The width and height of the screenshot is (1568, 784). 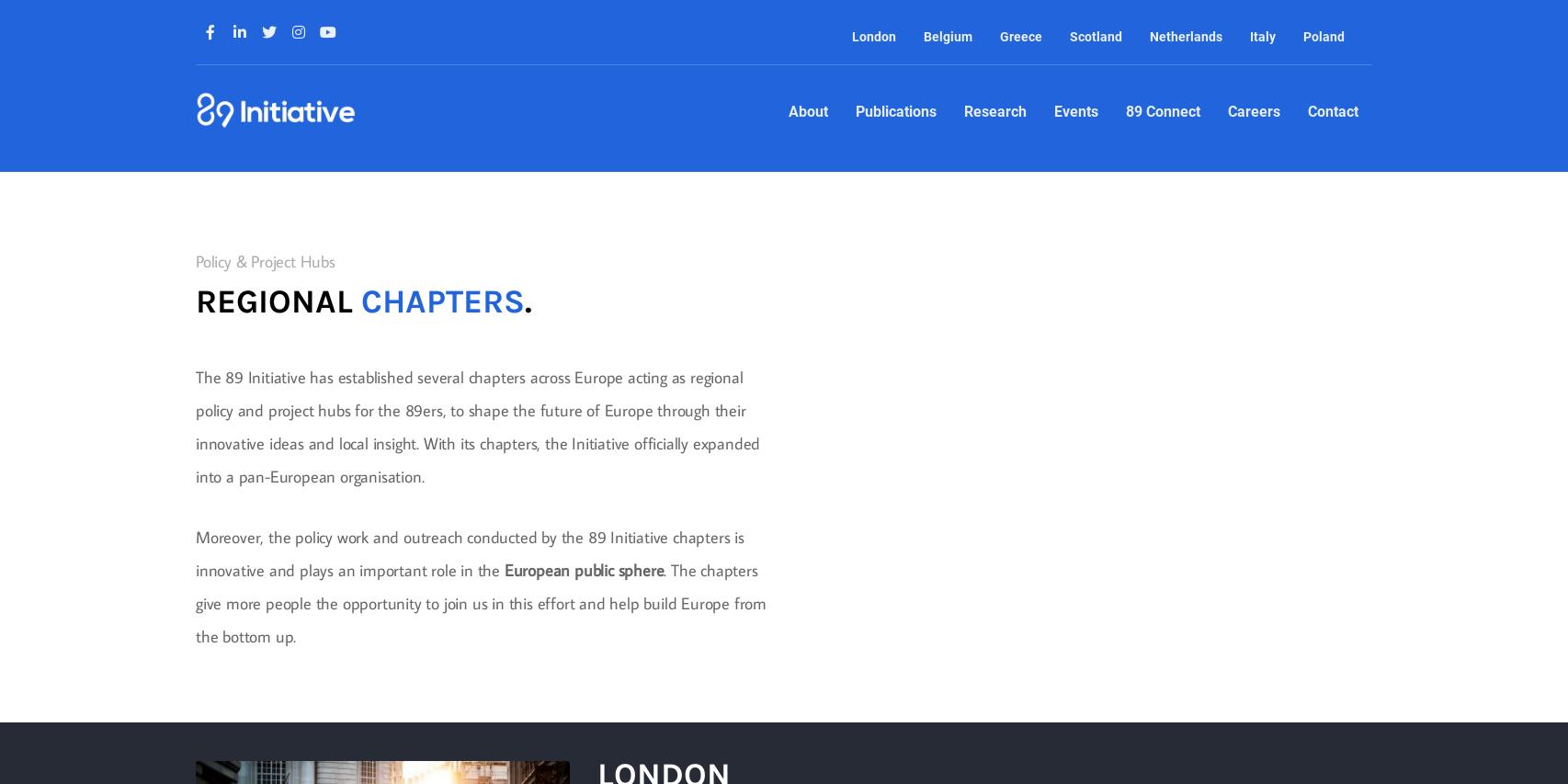 I want to click on 'Poland', so click(x=1322, y=37).